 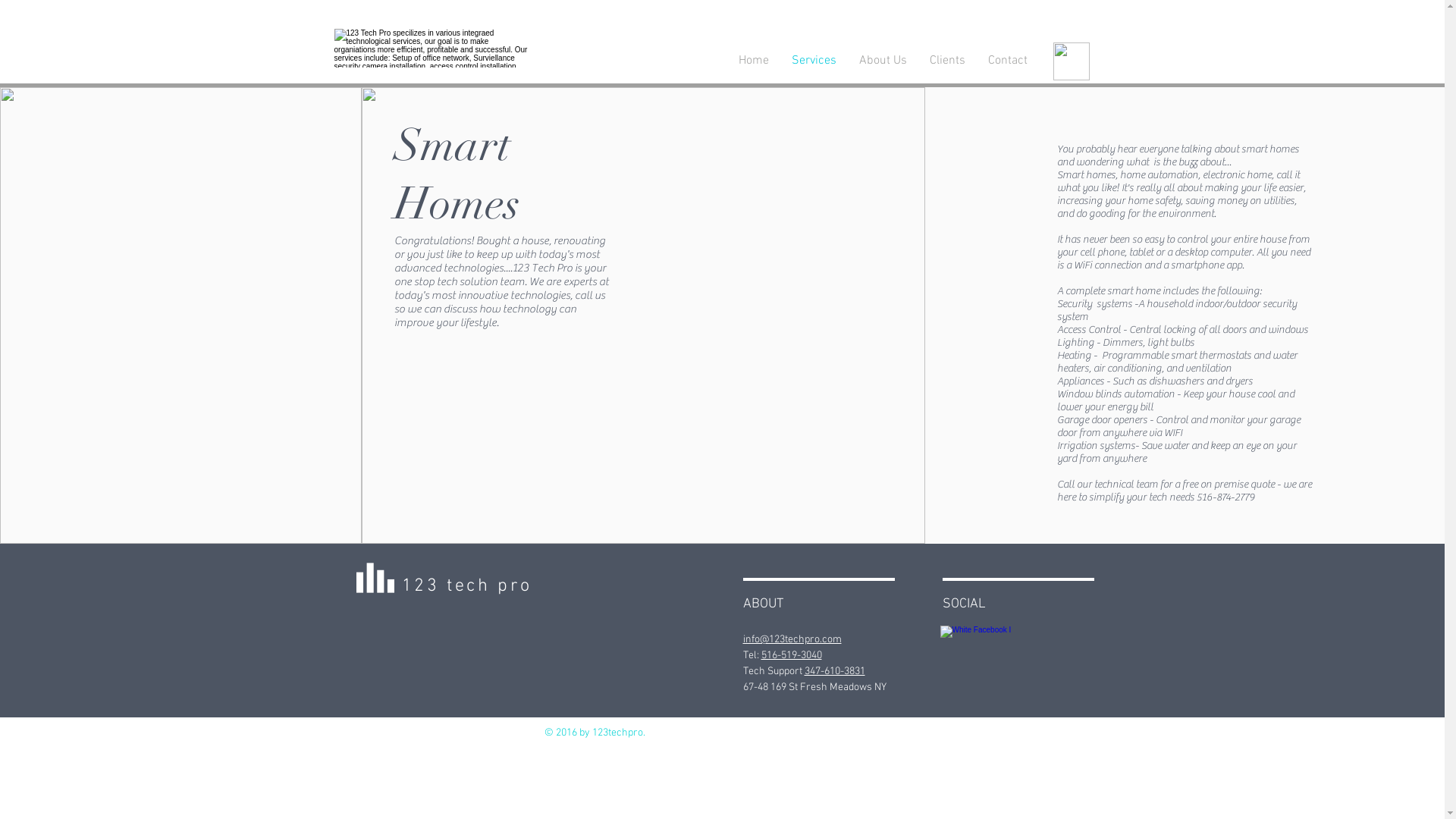 What do you see at coordinates (466, 585) in the screenshot?
I see `'123 tech pro'` at bounding box center [466, 585].